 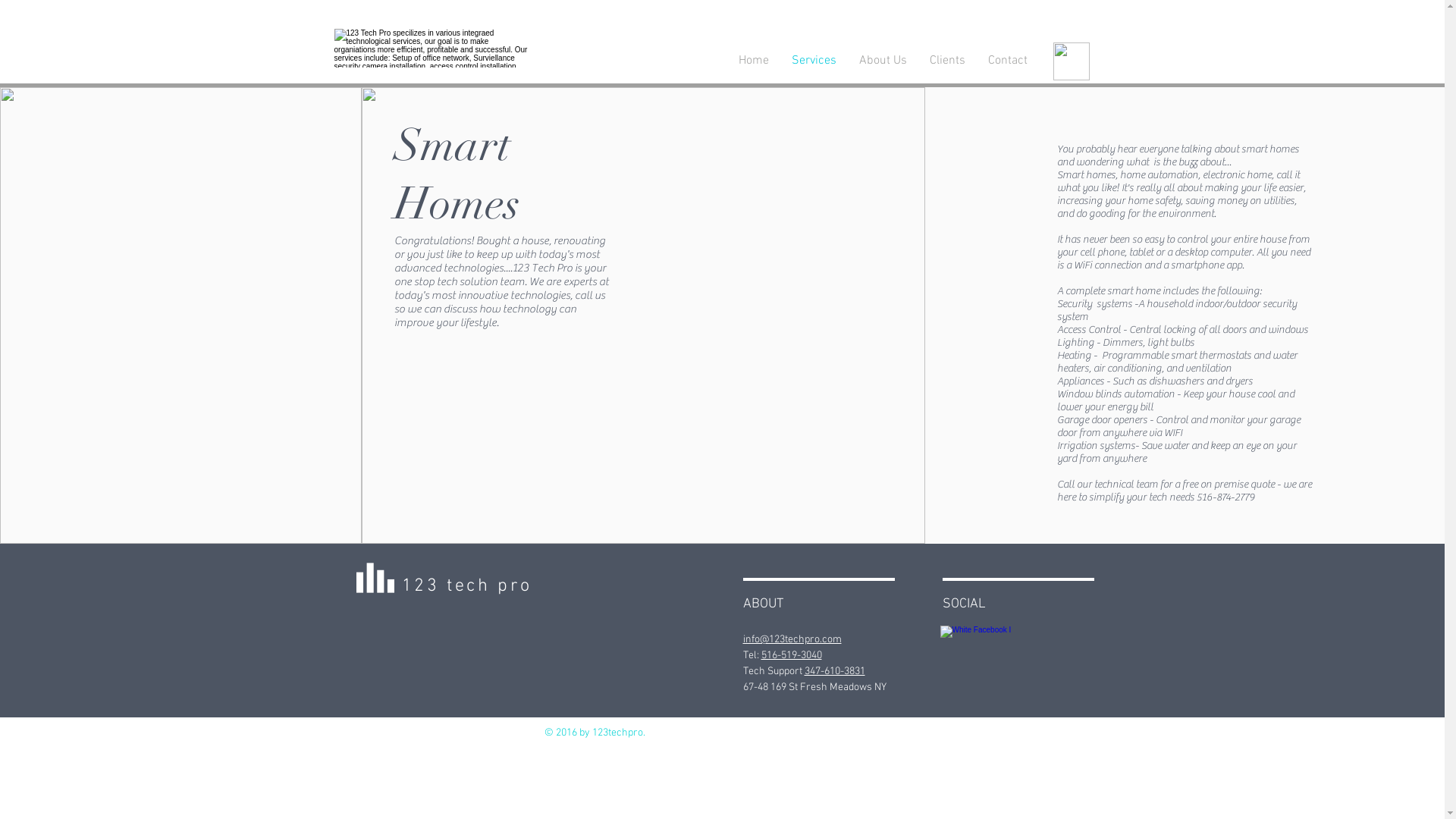 What do you see at coordinates (466, 585) in the screenshot?
I see `'123 tech pro'` at bounding box center [466, 585].